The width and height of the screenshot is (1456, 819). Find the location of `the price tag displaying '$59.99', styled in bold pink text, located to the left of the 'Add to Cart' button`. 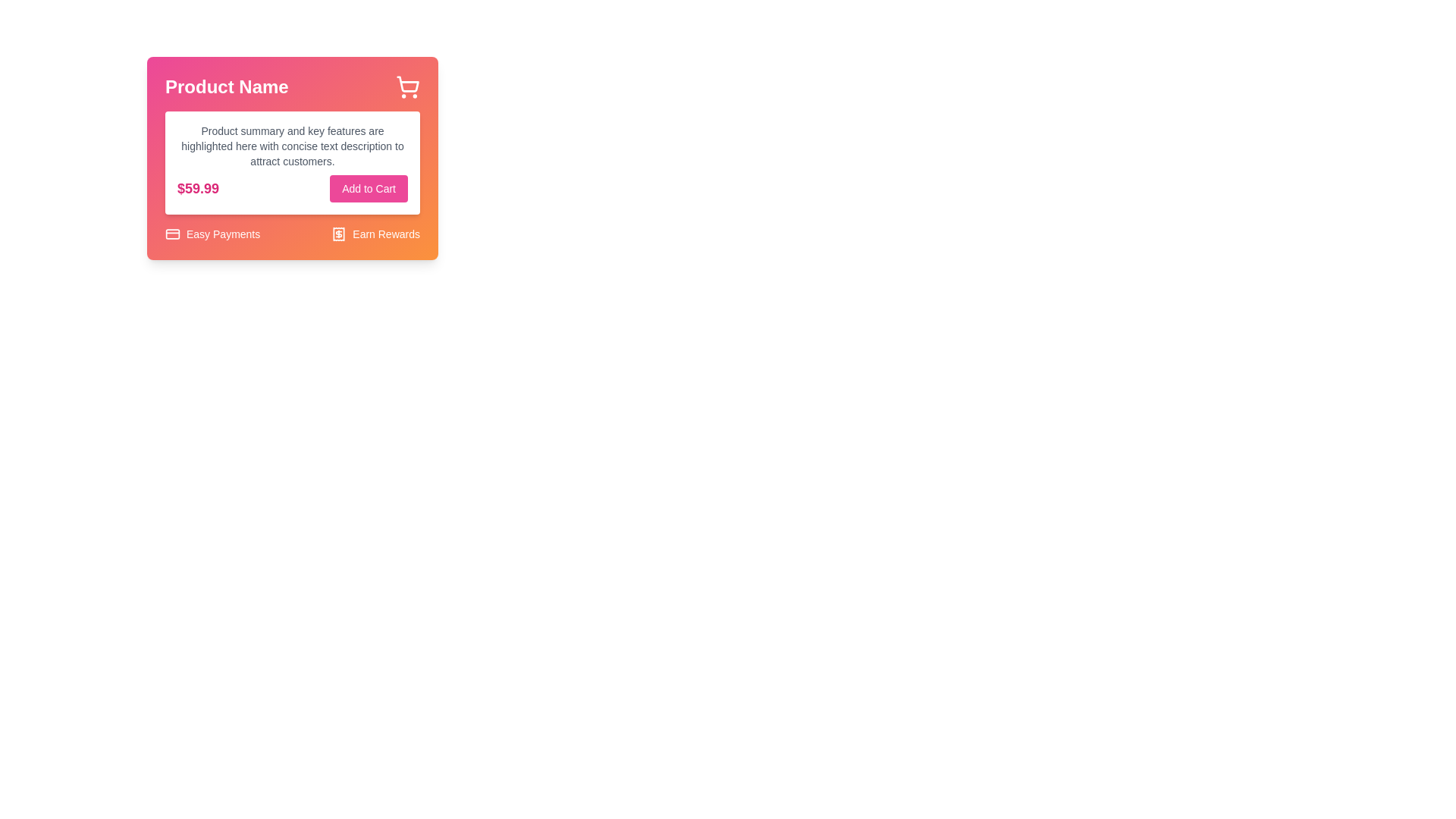

the price tag displaying '$59.99', styled in bold pink text, located to the left of the 'Add to Cart' button is located at coordinates (197, 188).